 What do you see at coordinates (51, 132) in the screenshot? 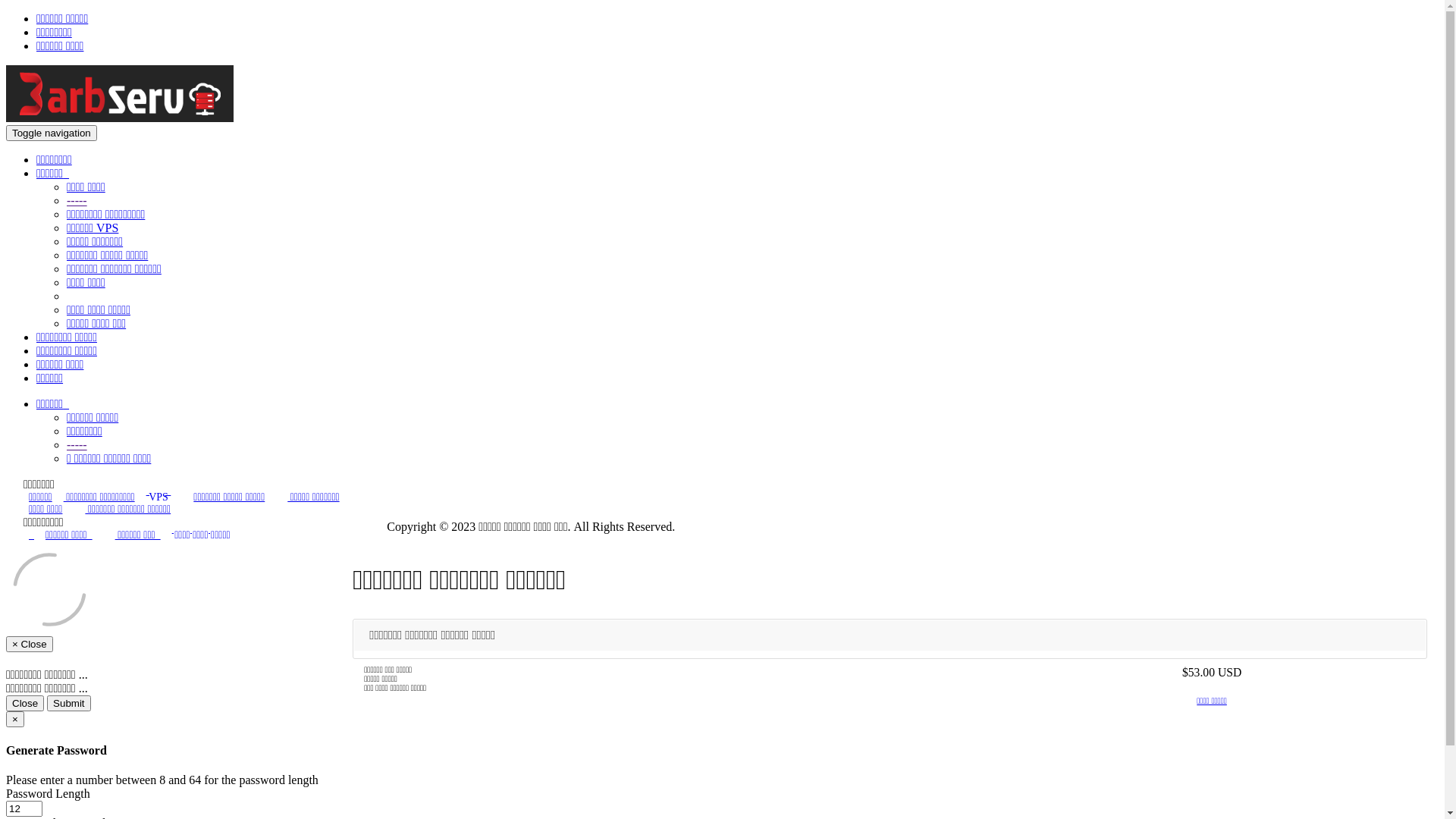
I see `'Toggle navigation'` at bounding box center [51, 132].